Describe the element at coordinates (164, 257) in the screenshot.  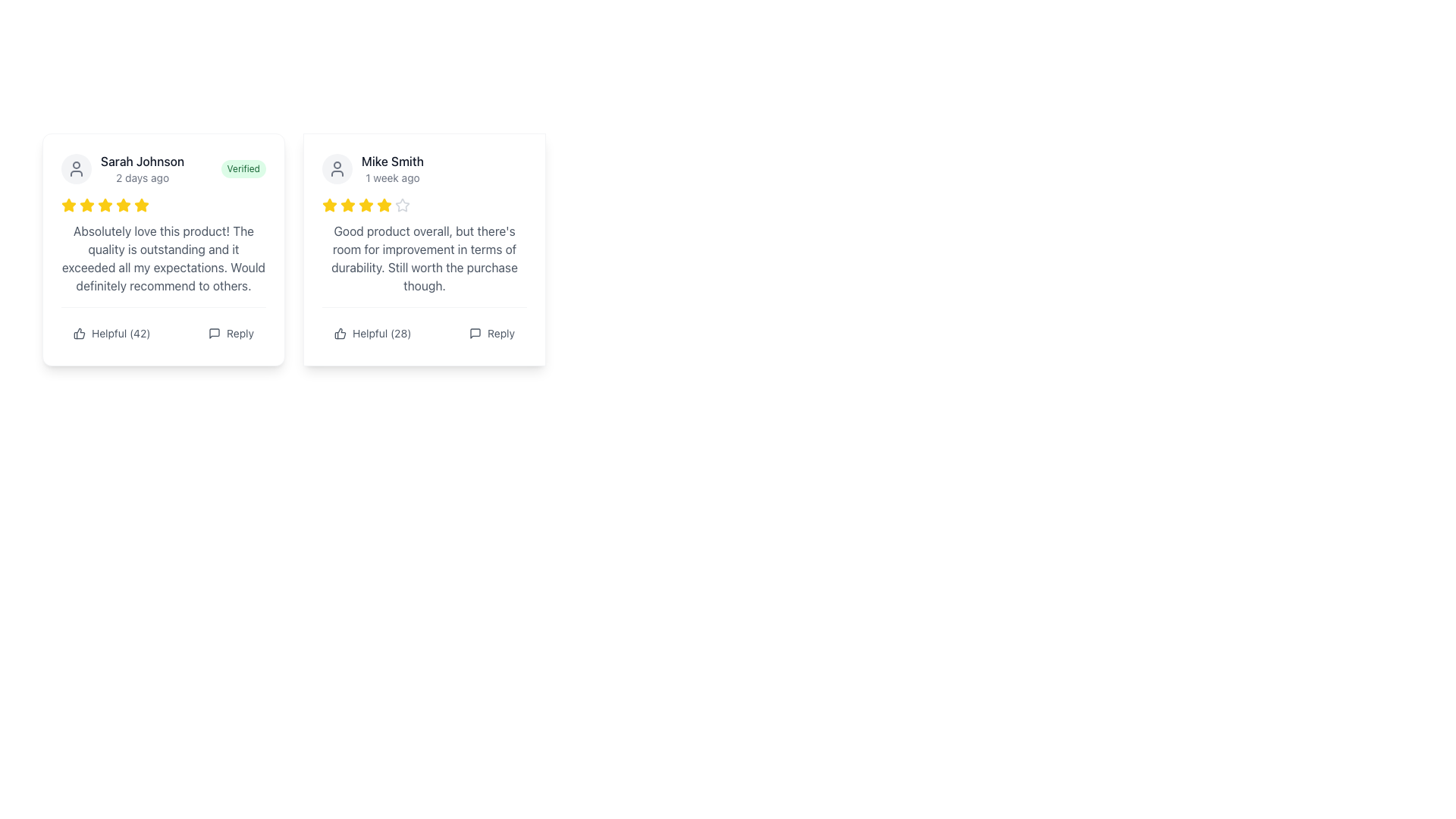
I see `detailed feedback text content located within the review card titled 'Sarah Johnson 2 days ago - Verified', positioned below the rating stars and above the interactive actions 'Helpful' and 'Reply'` at that location.